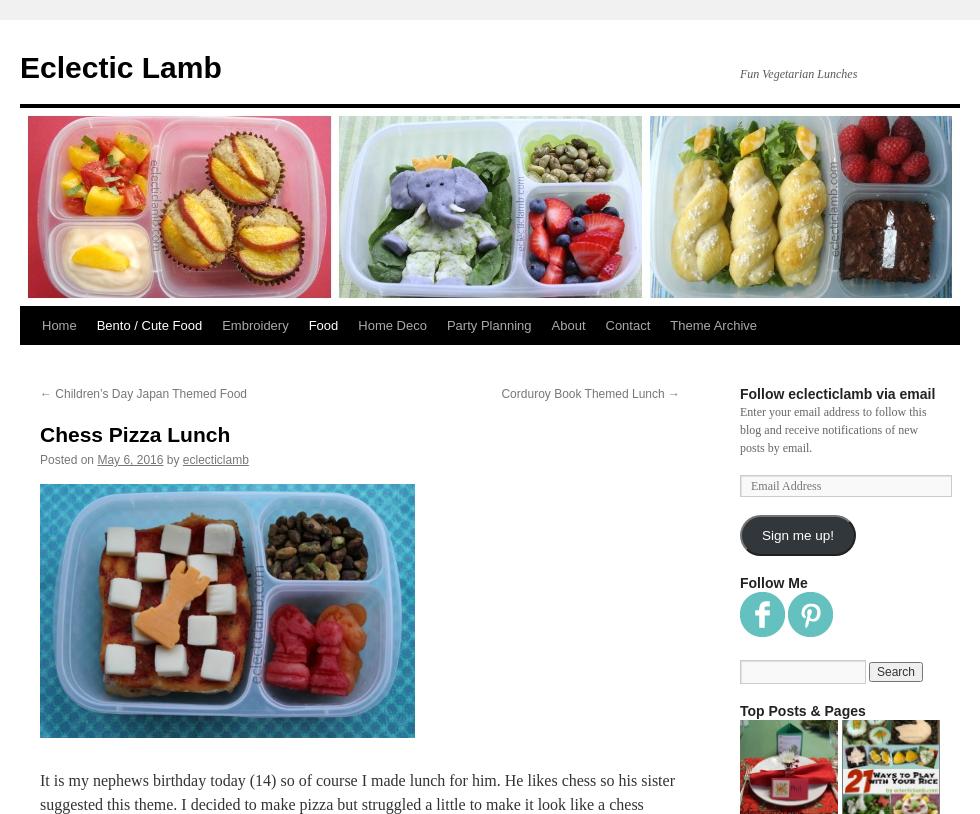 The image size is (980, 814). I want to click on 'Sign me up!', so click(797, 534).